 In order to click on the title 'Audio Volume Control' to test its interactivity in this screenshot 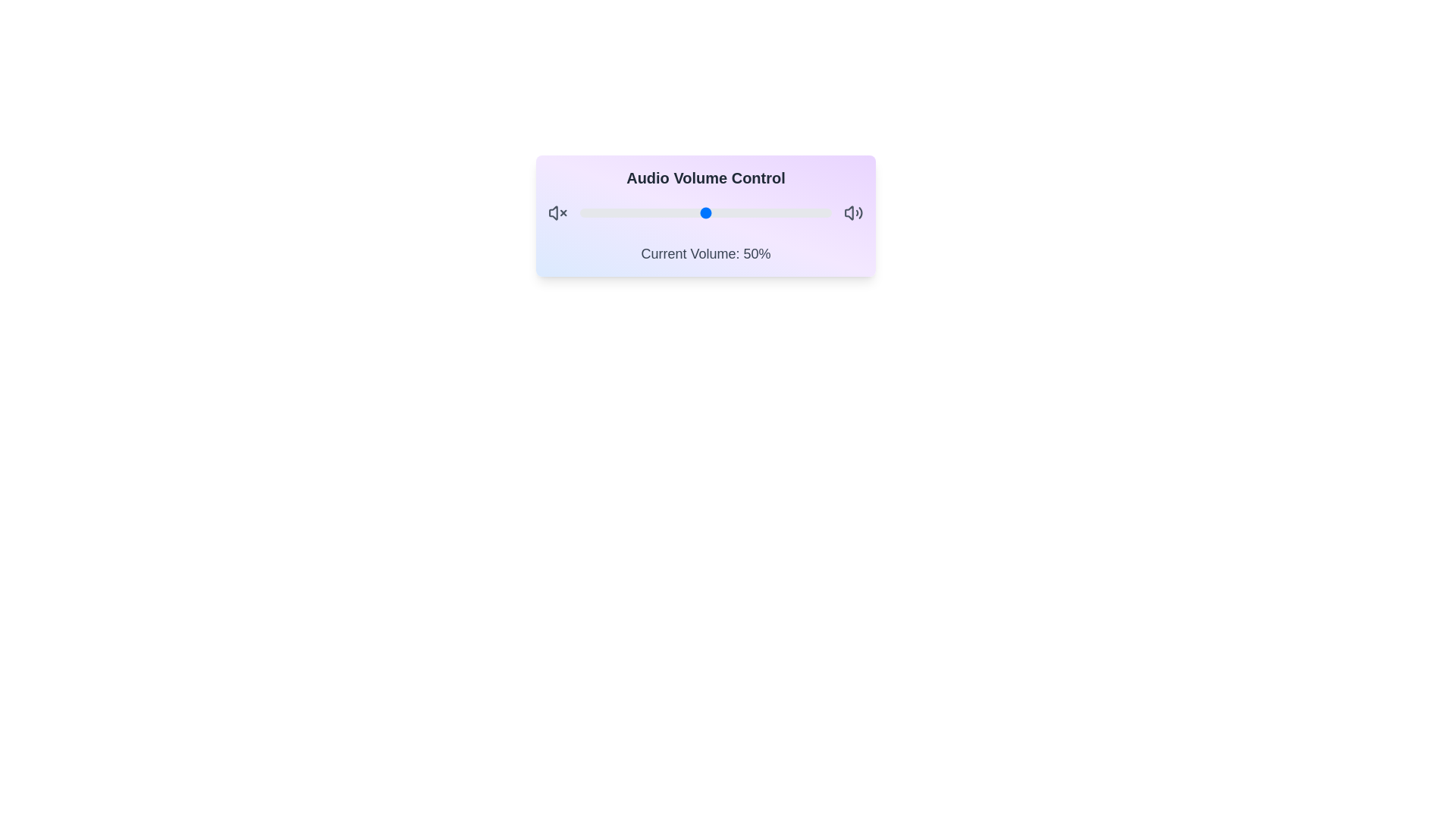, I will do `click(705, 177)`.